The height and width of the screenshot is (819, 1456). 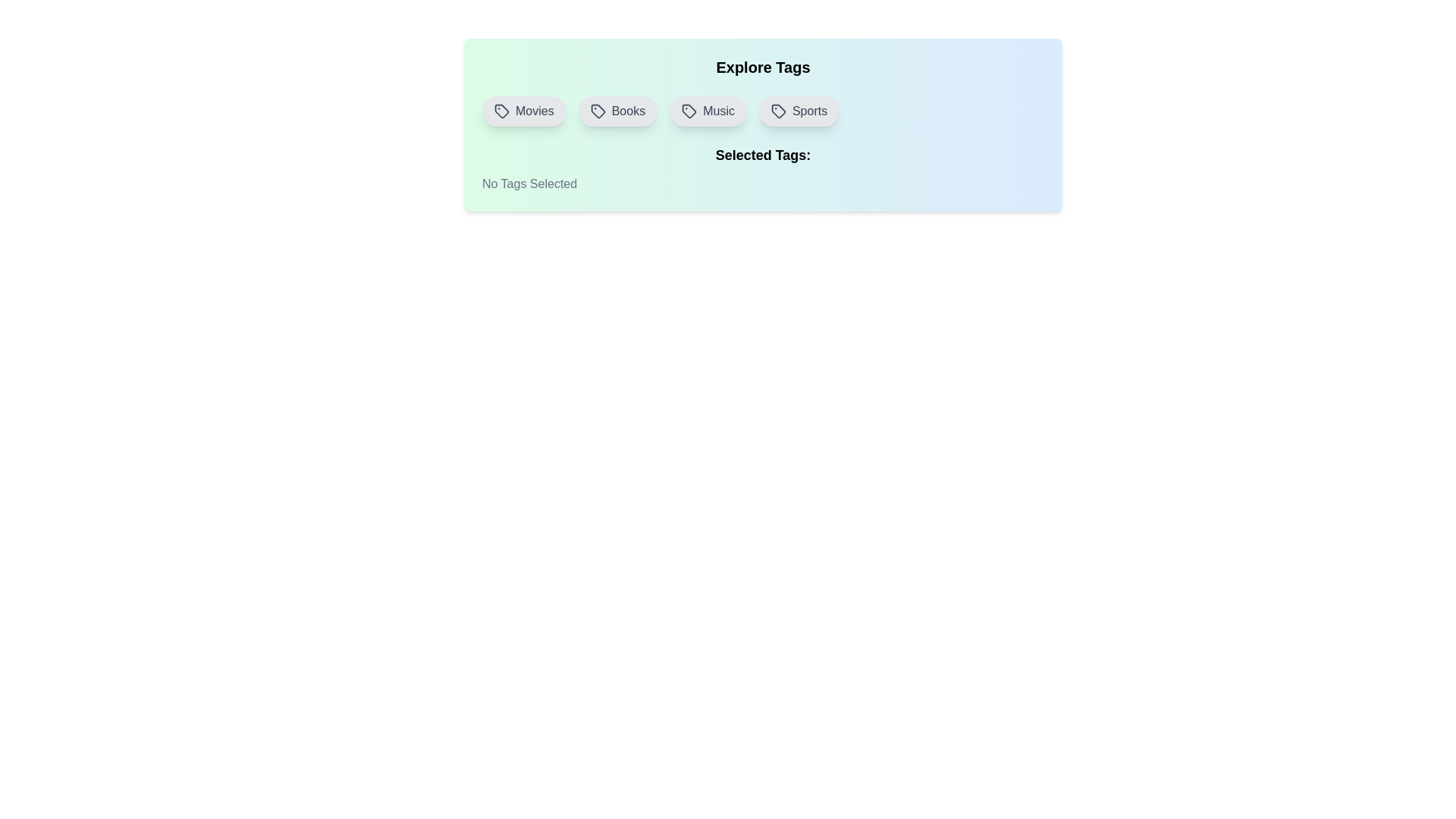 I want to click on the text label displaying 'Selected Tags:' which is located in the middle area of the section beneath a row of selectable tags, so click(x=763, y=155).